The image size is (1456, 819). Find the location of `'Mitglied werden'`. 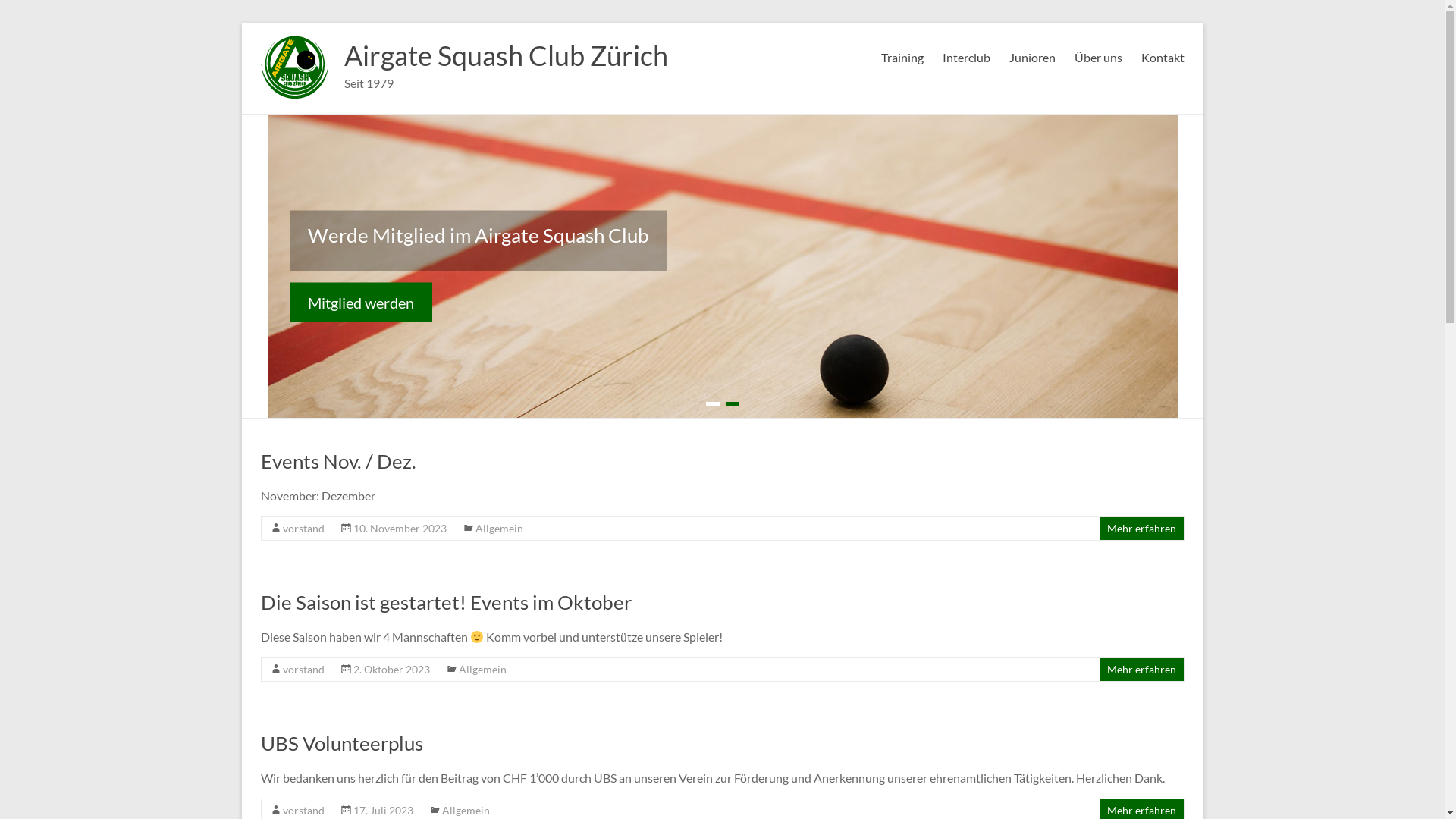

'Mitglied werden' is located at coordinates (290, 301).